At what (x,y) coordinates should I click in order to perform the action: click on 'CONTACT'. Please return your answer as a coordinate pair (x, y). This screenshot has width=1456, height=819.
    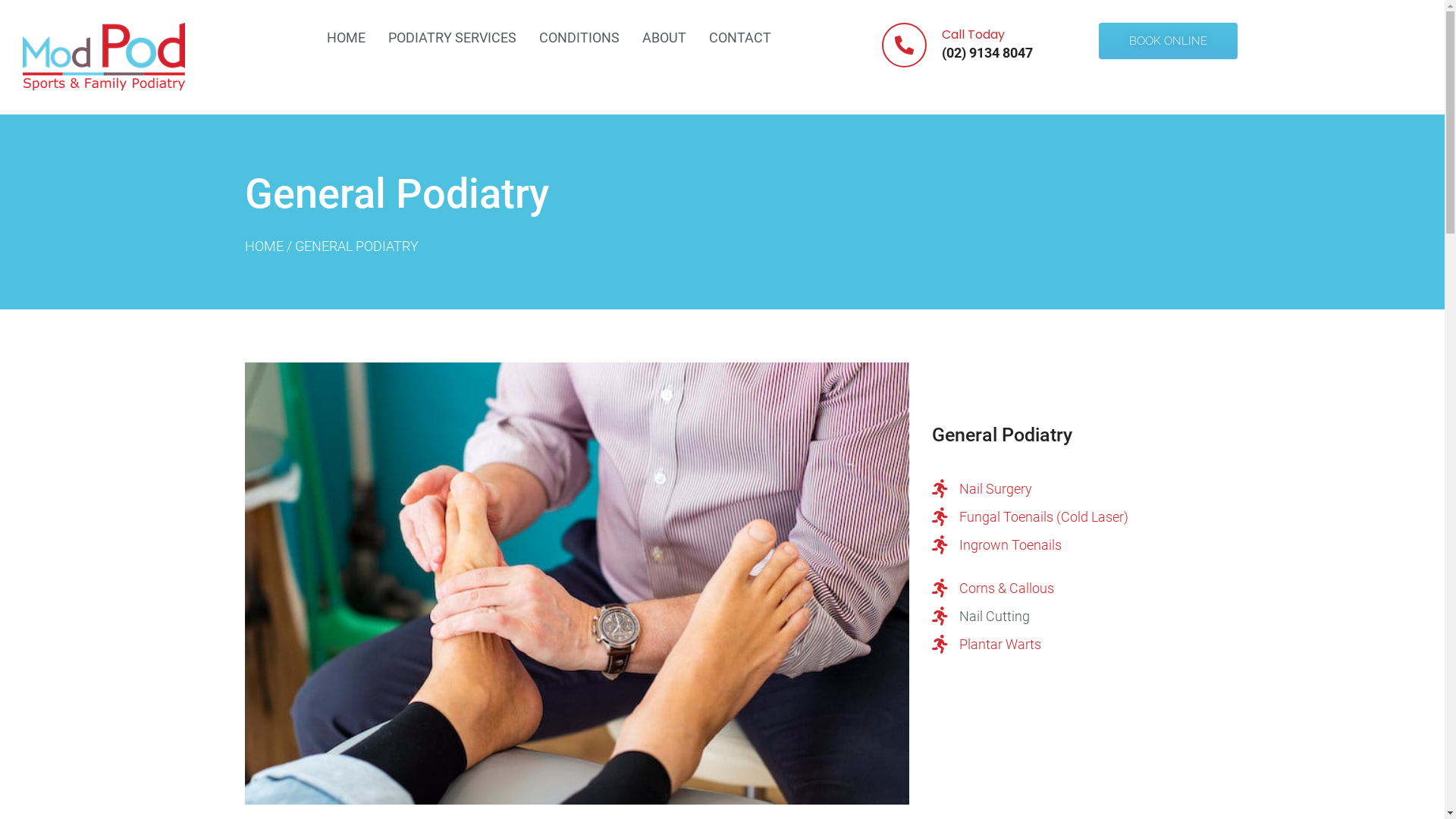
    Looking at the image, I should click on (739, 37).